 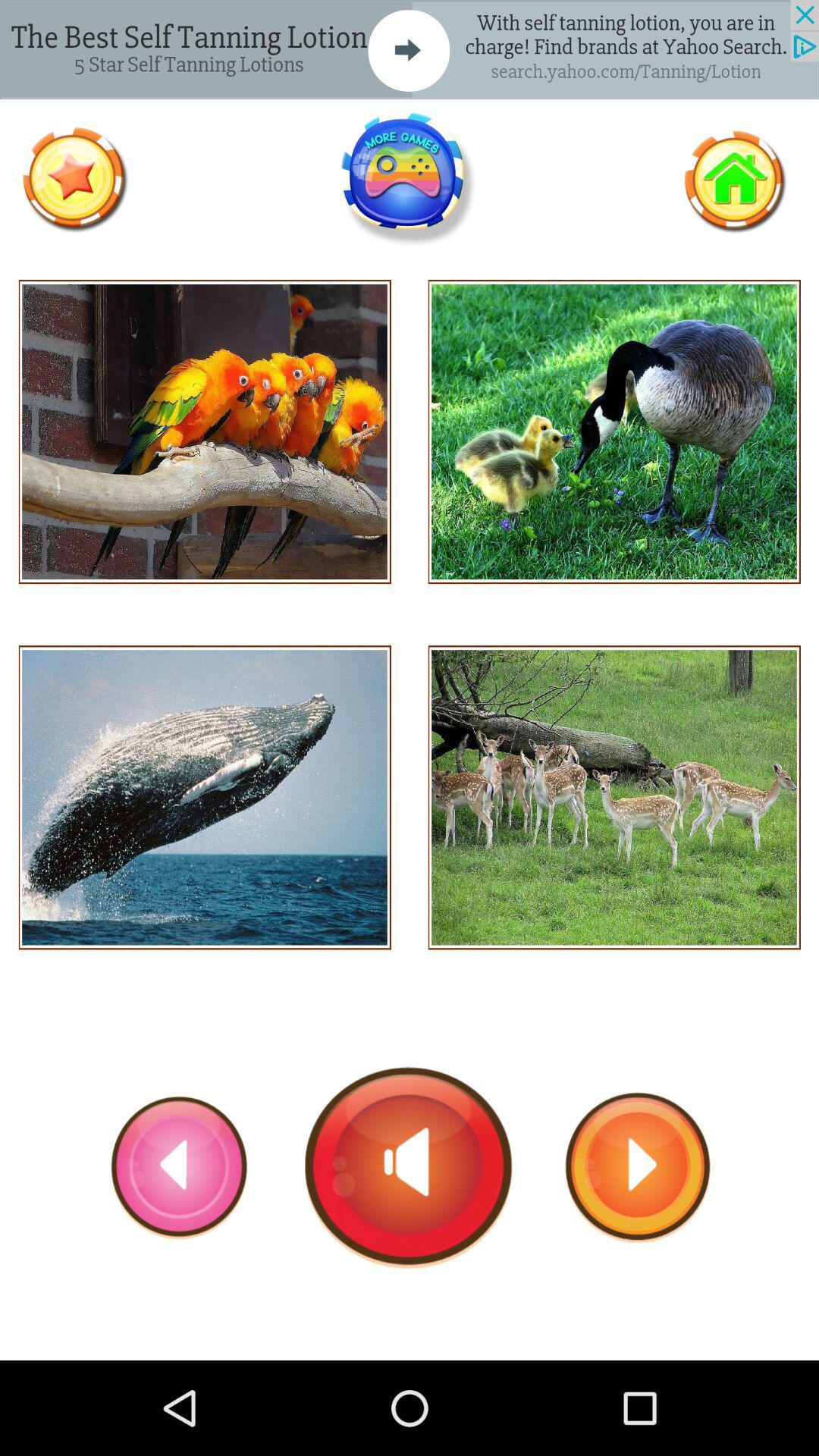 I want to click on return home, so click(x=733, y=179).